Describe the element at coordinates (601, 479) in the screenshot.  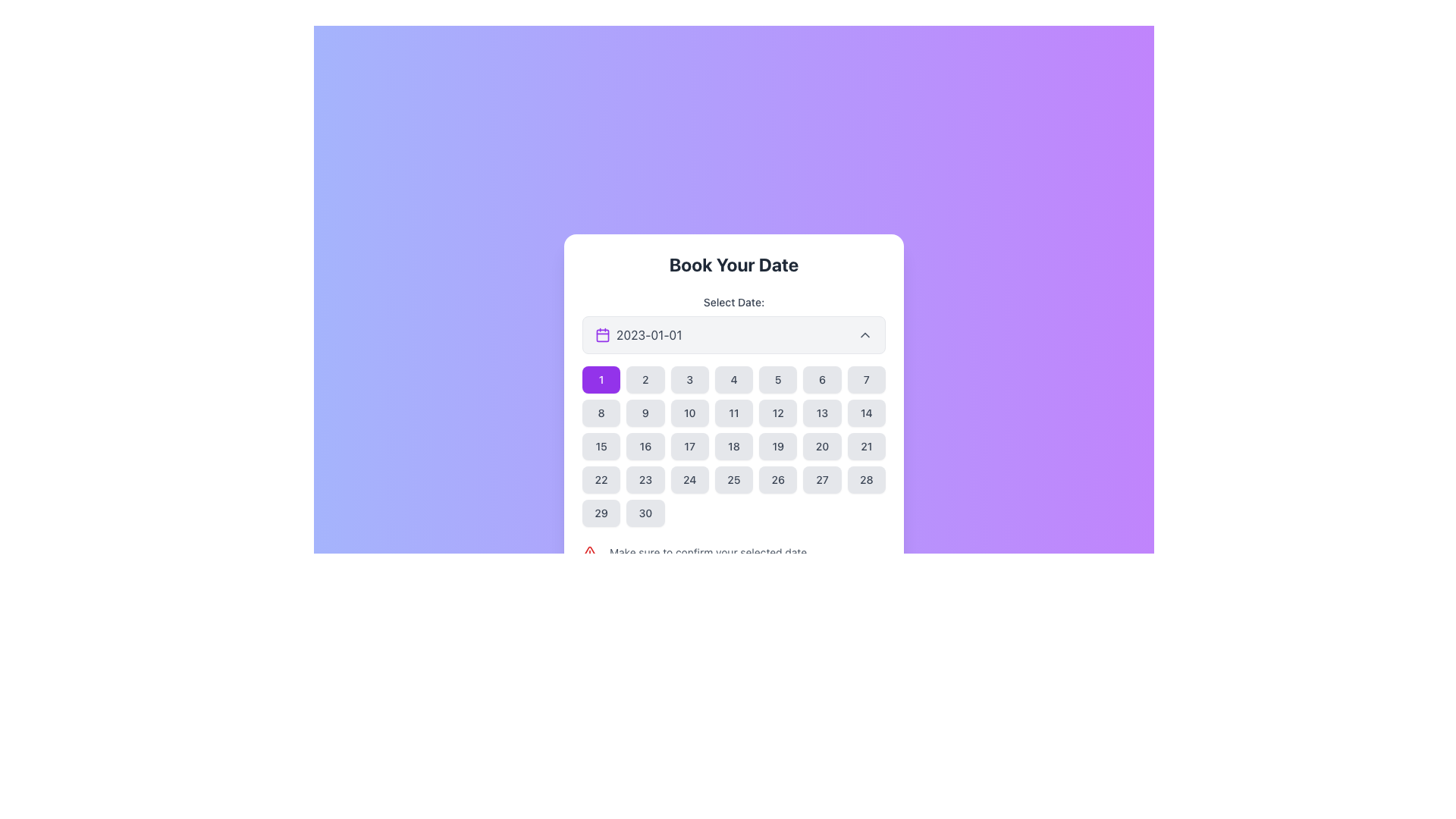
I see `the button labeled '22' located in the fourth row, first column of a 7-column grid layout` at that location.